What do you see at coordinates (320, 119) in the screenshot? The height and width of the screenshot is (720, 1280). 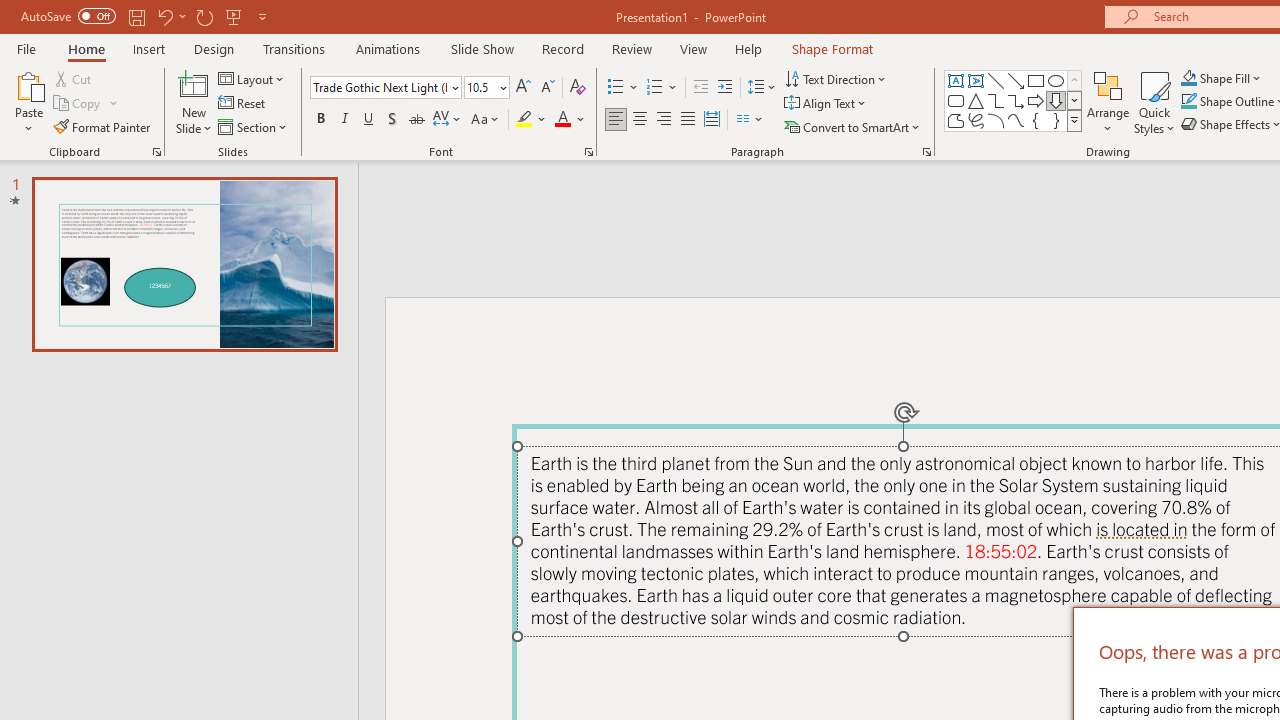 I see `'Bold'` at bounding box center [320, 119].